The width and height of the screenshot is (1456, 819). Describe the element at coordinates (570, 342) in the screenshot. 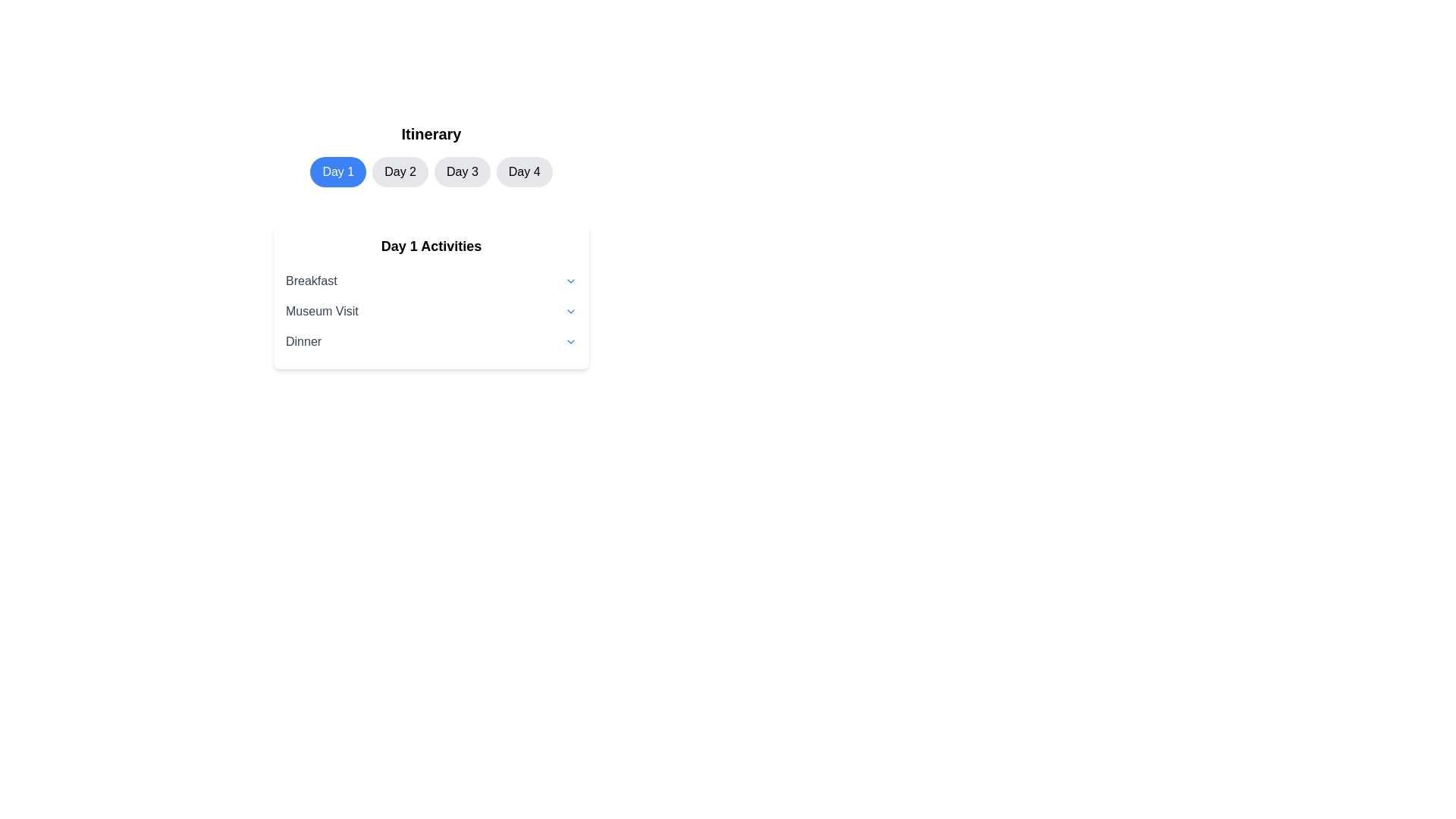

I see `the chevron icon to change its color, which is positioned to the far right of the 'Dinner' text in the Day 1 Activities list` at that location.